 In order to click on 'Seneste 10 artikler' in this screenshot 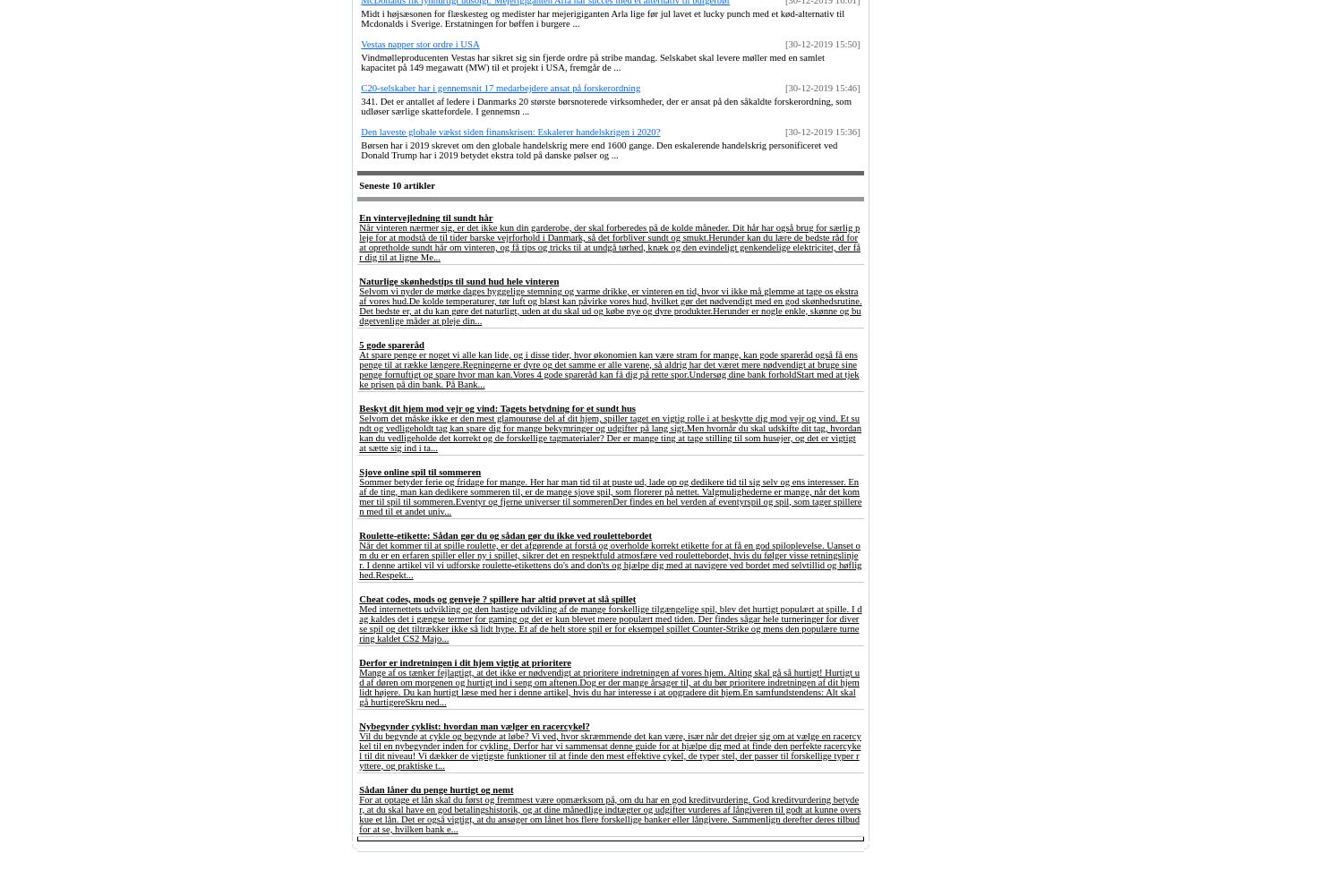, I will do `click(395, 185)`.